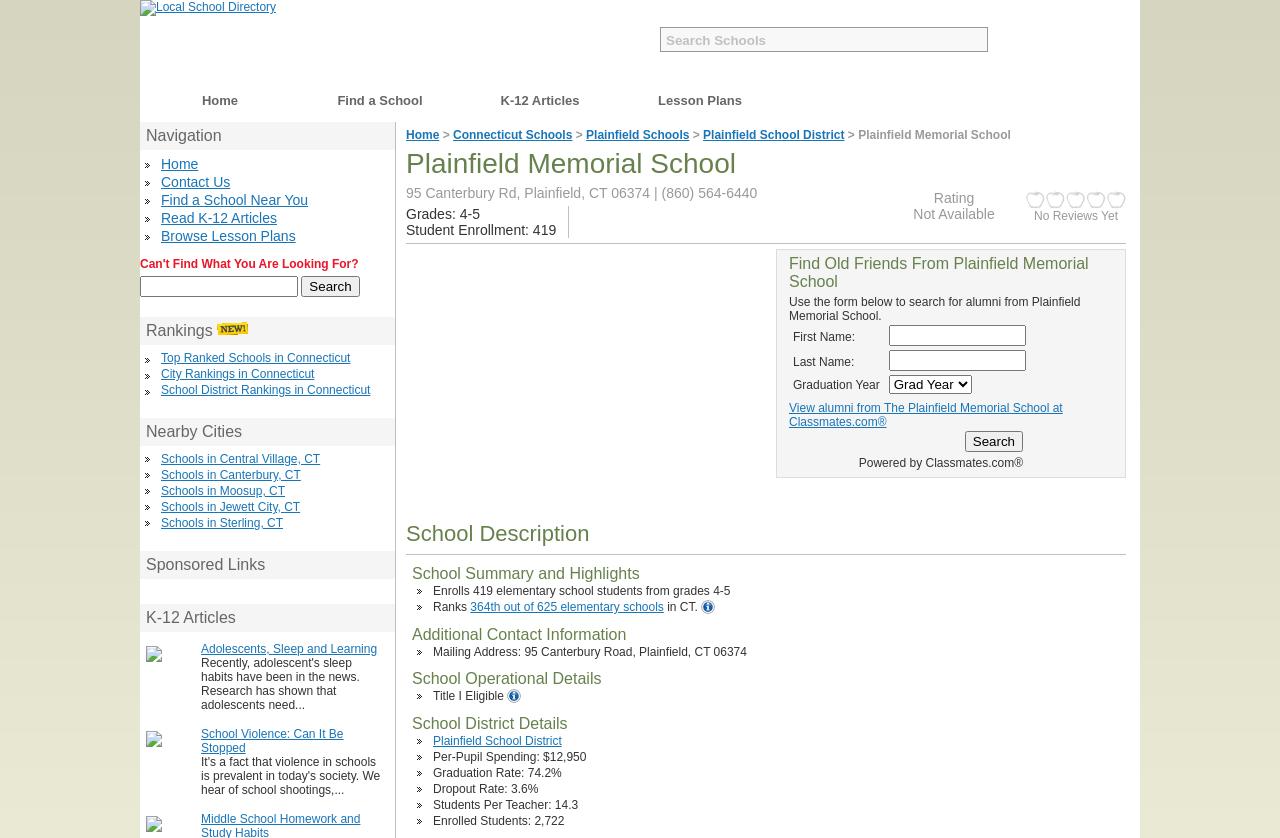  Describe the element at coordinates (379, 100) in the screenshot. I see `'Find a School'` at that location.